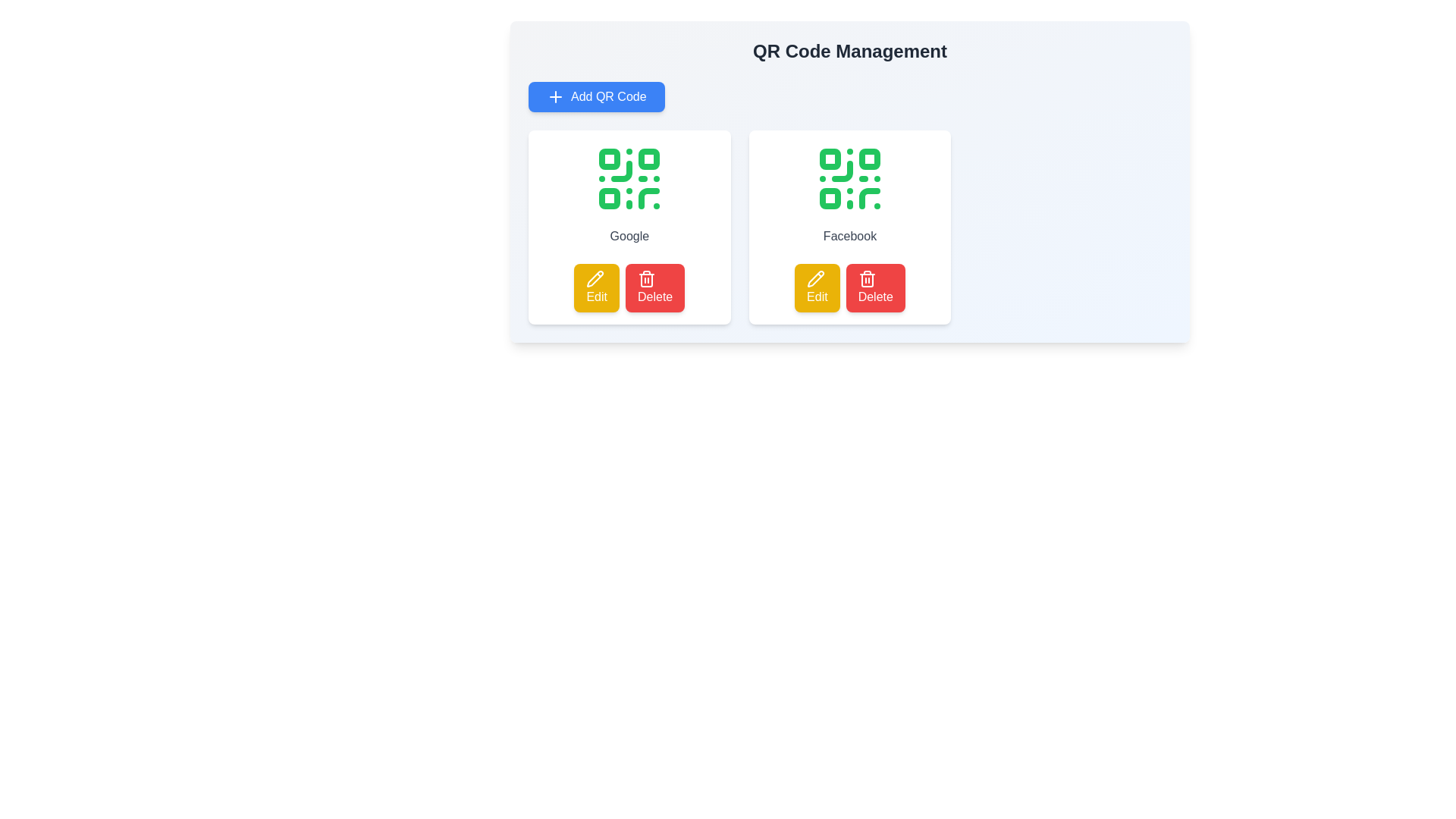 This screenshot has width=1456, height=819. I want to click on the second square in the top row of the QR code, which is a visual component used for encoding information, so click(649, 158).